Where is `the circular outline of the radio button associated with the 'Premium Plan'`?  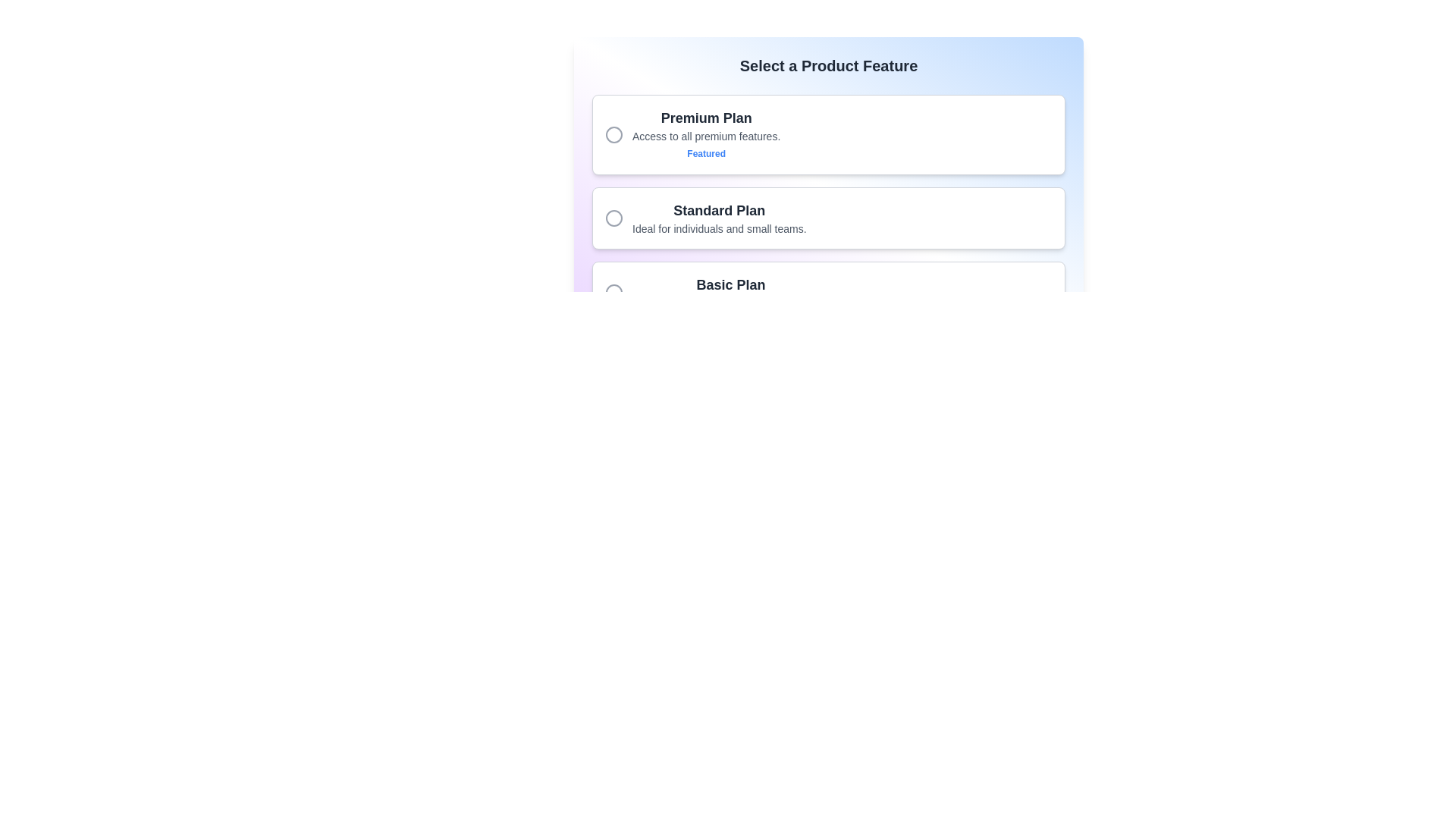
the circular outline of the radio button associated with the 'Premium Plan' is located at coordinates (614, 133).